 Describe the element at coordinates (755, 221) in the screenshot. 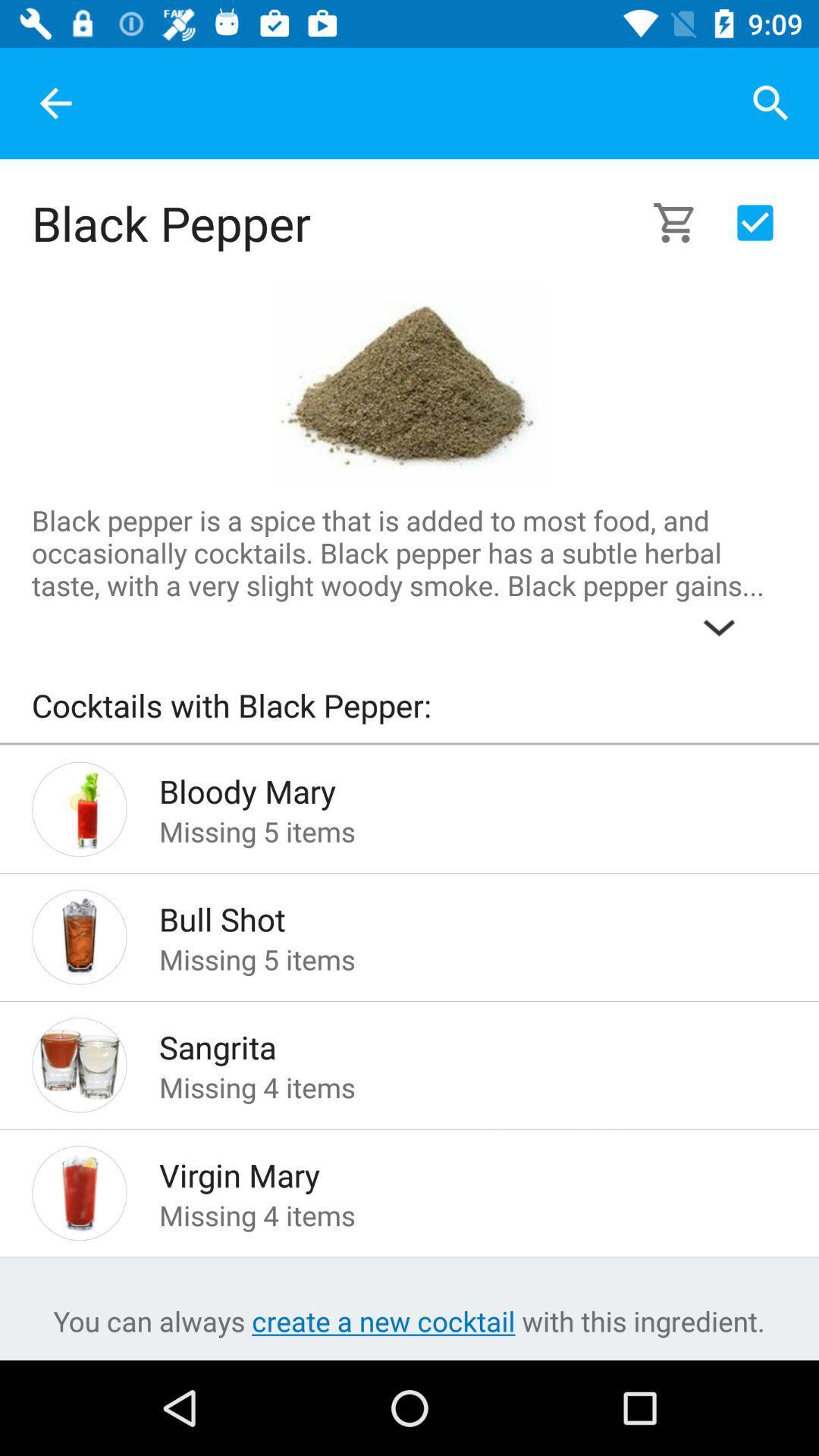

I see `the send button` at that location.